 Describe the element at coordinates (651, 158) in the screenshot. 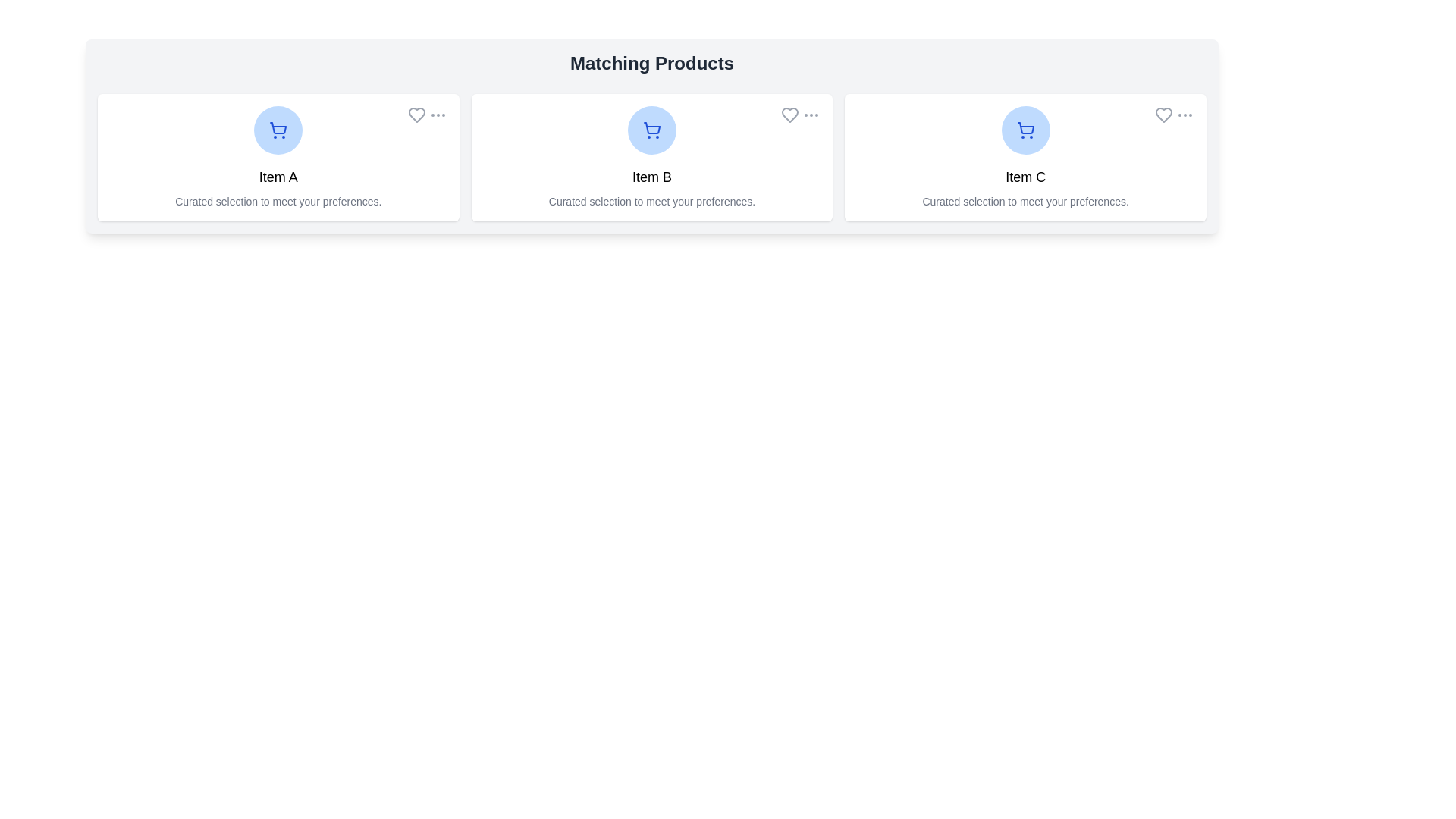

I see `the product card labeled Item B to select it` at that location.